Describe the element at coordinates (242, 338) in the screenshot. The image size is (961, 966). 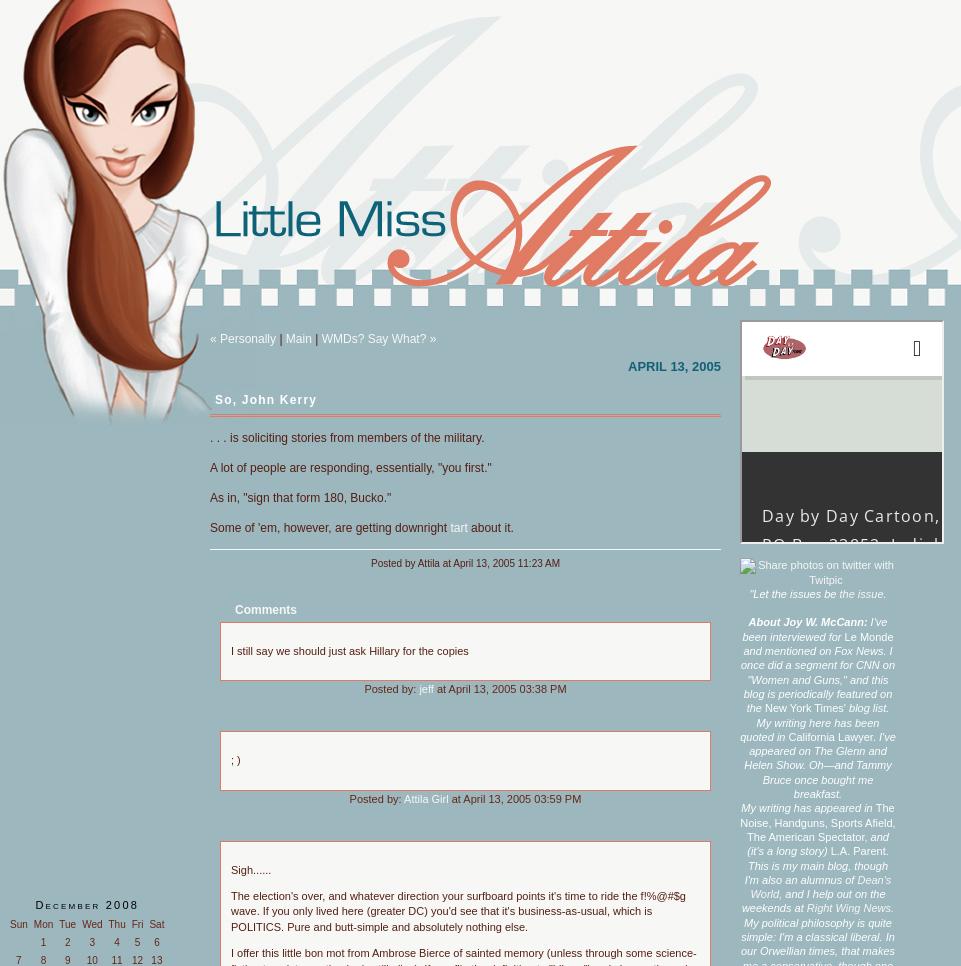
I see `'« Personally'` at that location.